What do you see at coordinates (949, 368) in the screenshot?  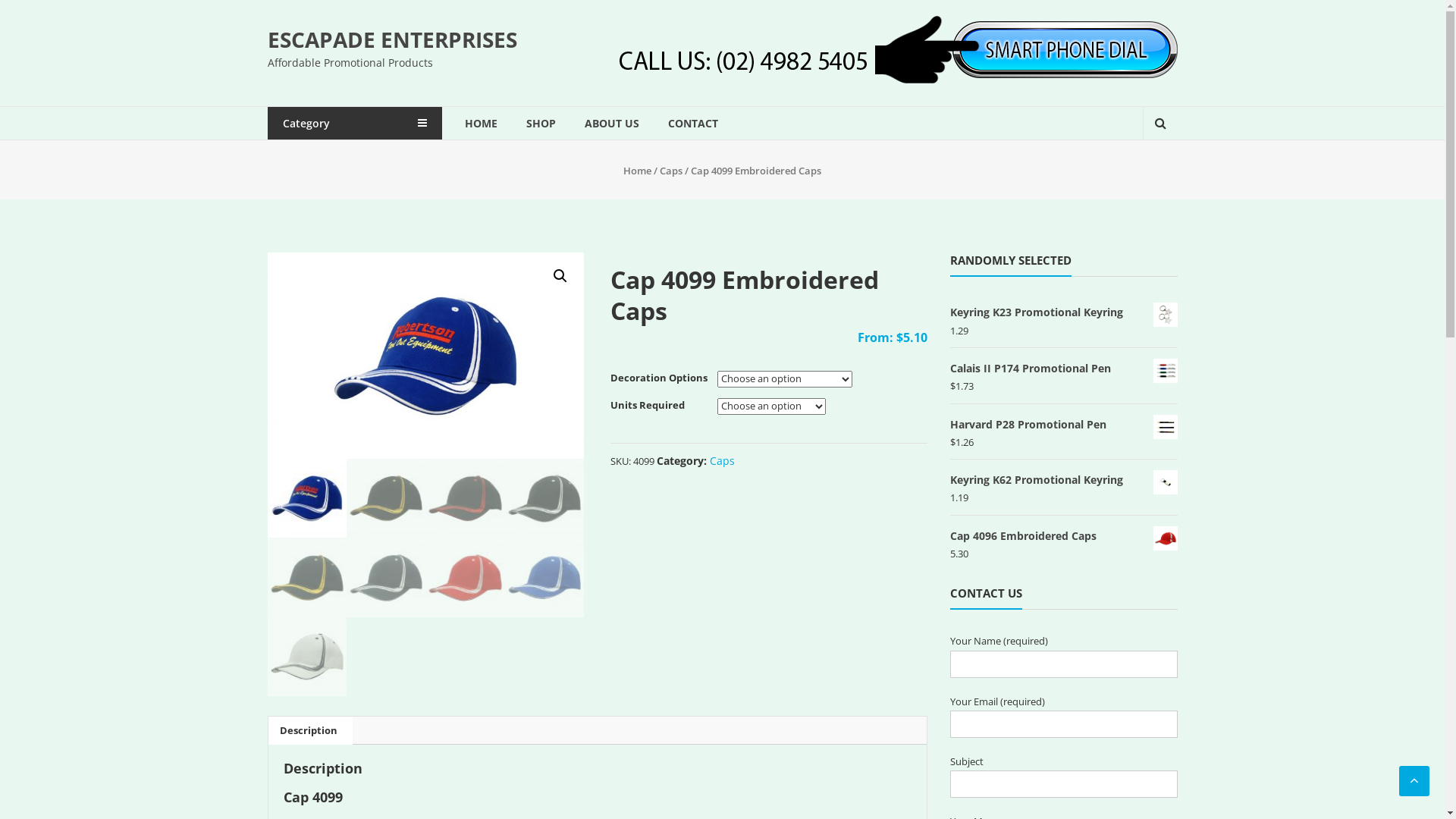 I see `'Calais II P174 Promotional Pen'` at bounding box center [949, 368].